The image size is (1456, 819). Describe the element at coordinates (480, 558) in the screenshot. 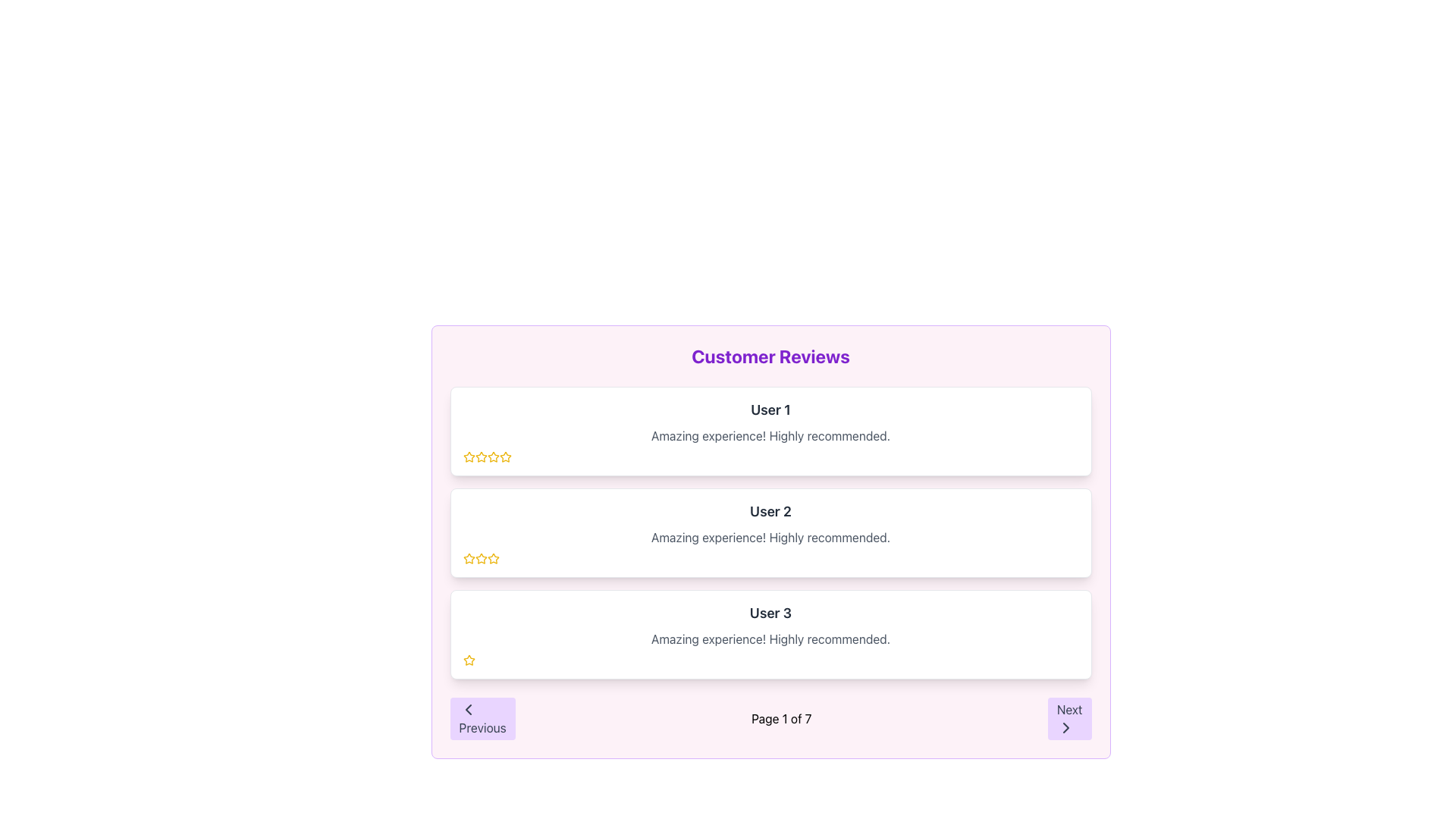

I see `the second star in the graphical rating star system located in the second row of the user review section` at that location.